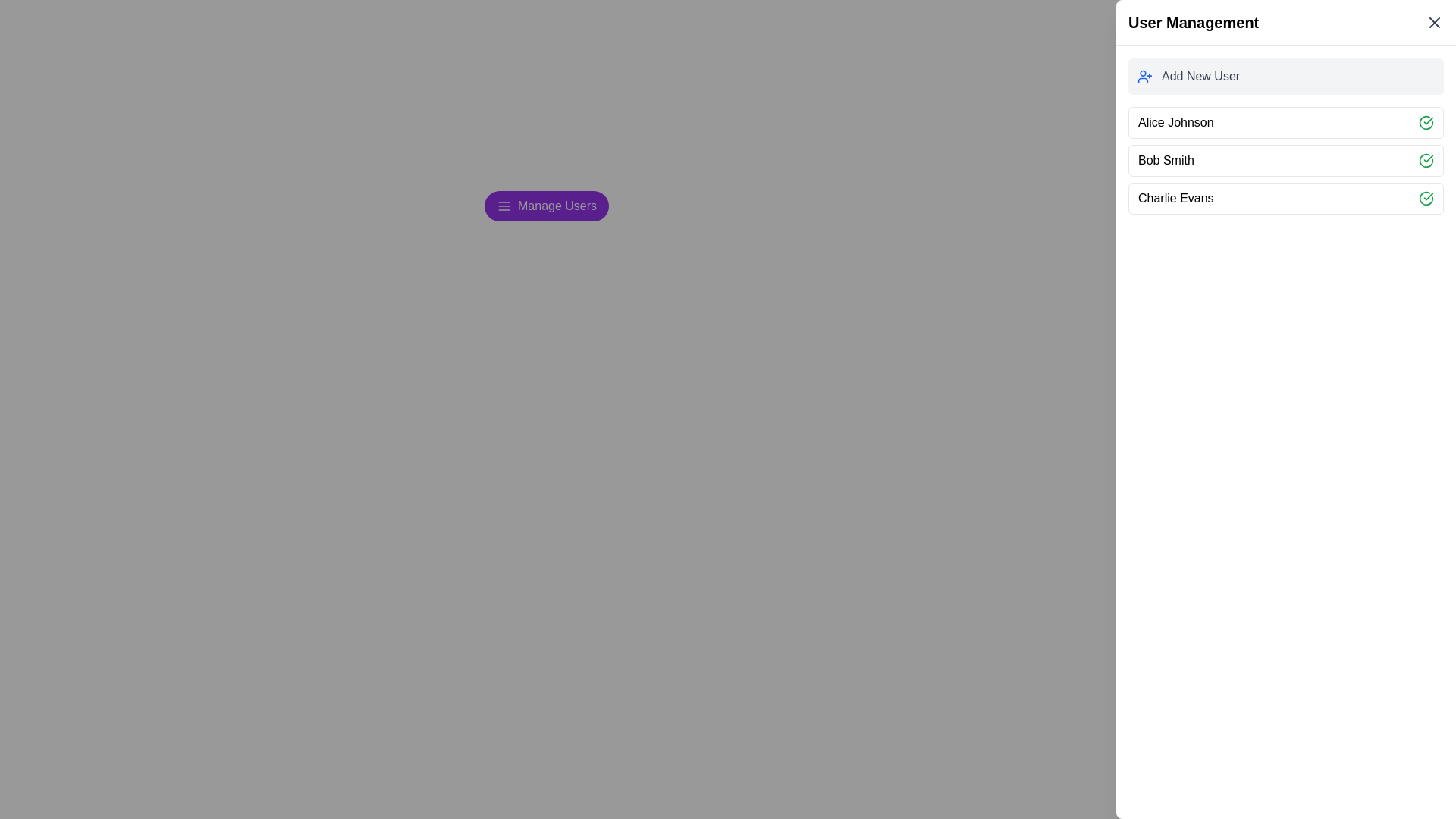 This screenshot has width=1456, height=819. I want to click on the circular icon with a check mark associated with the 'Charlie Evans' user entry in the User Management panel, so click(1426, 161).